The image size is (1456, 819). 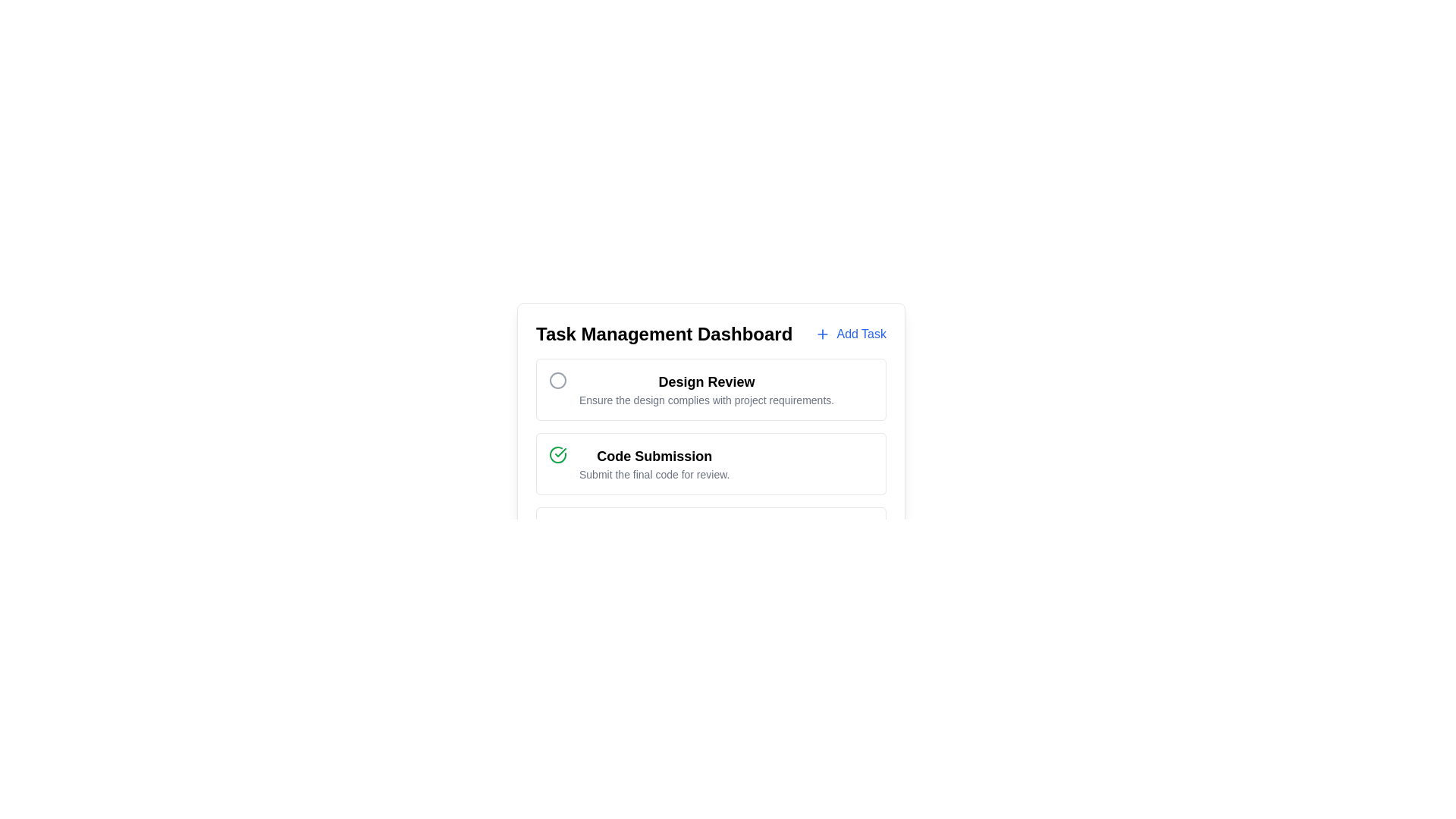 I want to click on the button located to the right of the 'Add Task' text in the top-right corner of the Task Management Dashboard, so click(x=822, y=333).